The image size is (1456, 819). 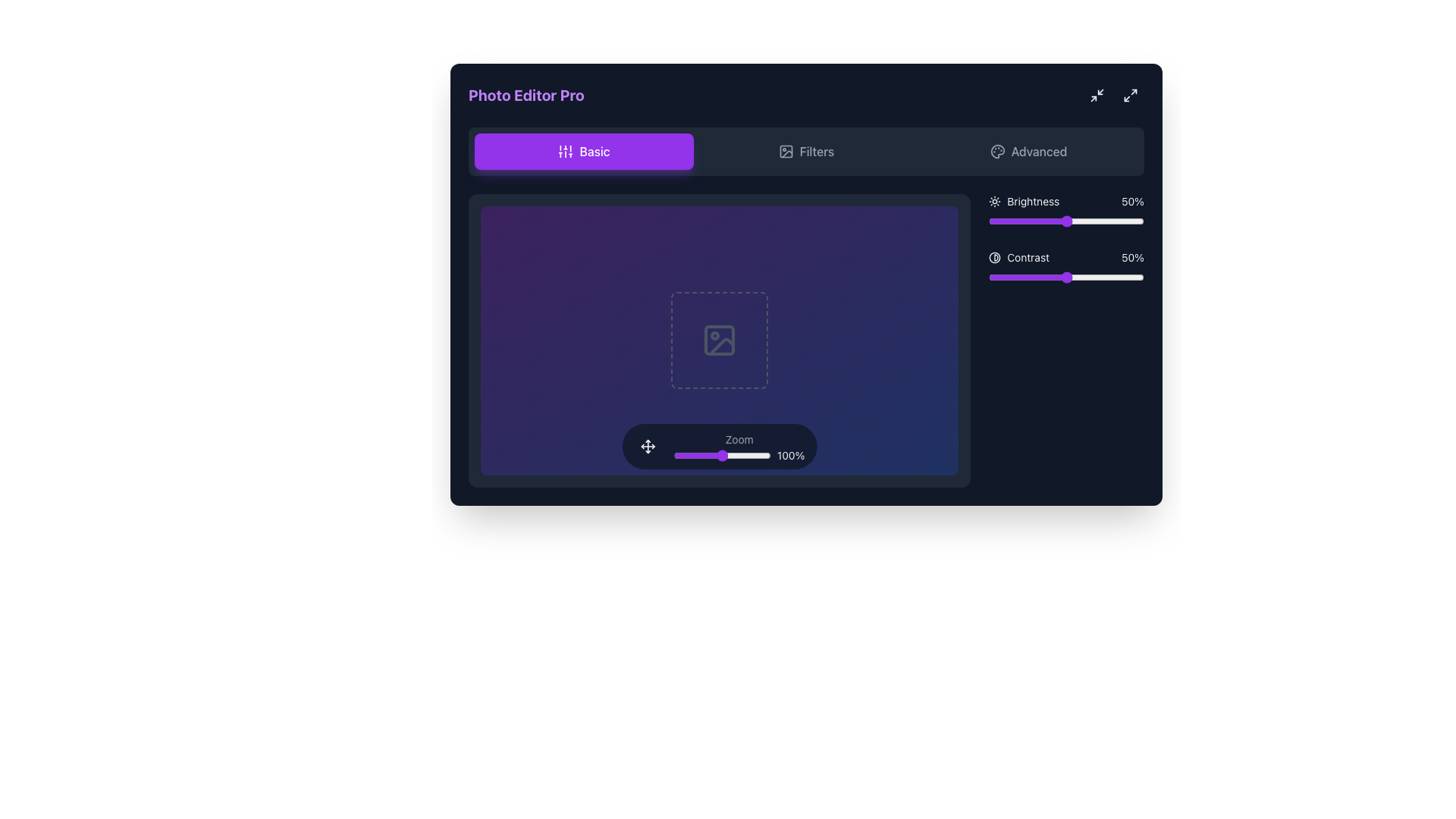 What do you see at coordinates (1019, 256) in the screenshot?
I see `'Contrast' adjustment label with an informational icon located below the 'Brightness' control on the right panel` at bounding box center [1019, 256].